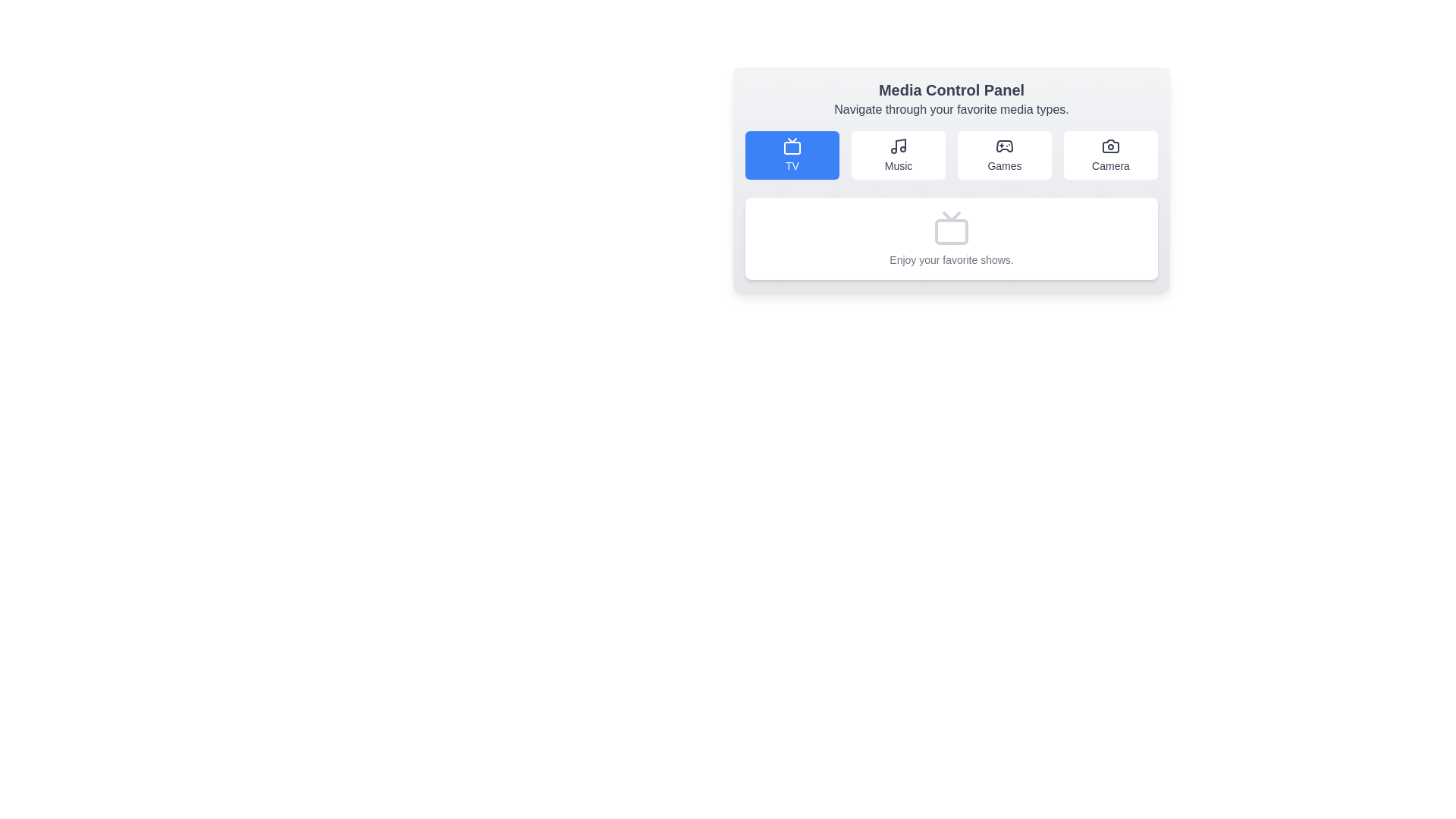 This screenshot has width=1456, height=819. What do you see at coordinates (792, 166) in the screenshot?
I see `the 'TV' text label which serves as a descriptive caption for the blue button representing the TV media category` at bounding box center [792, 166].